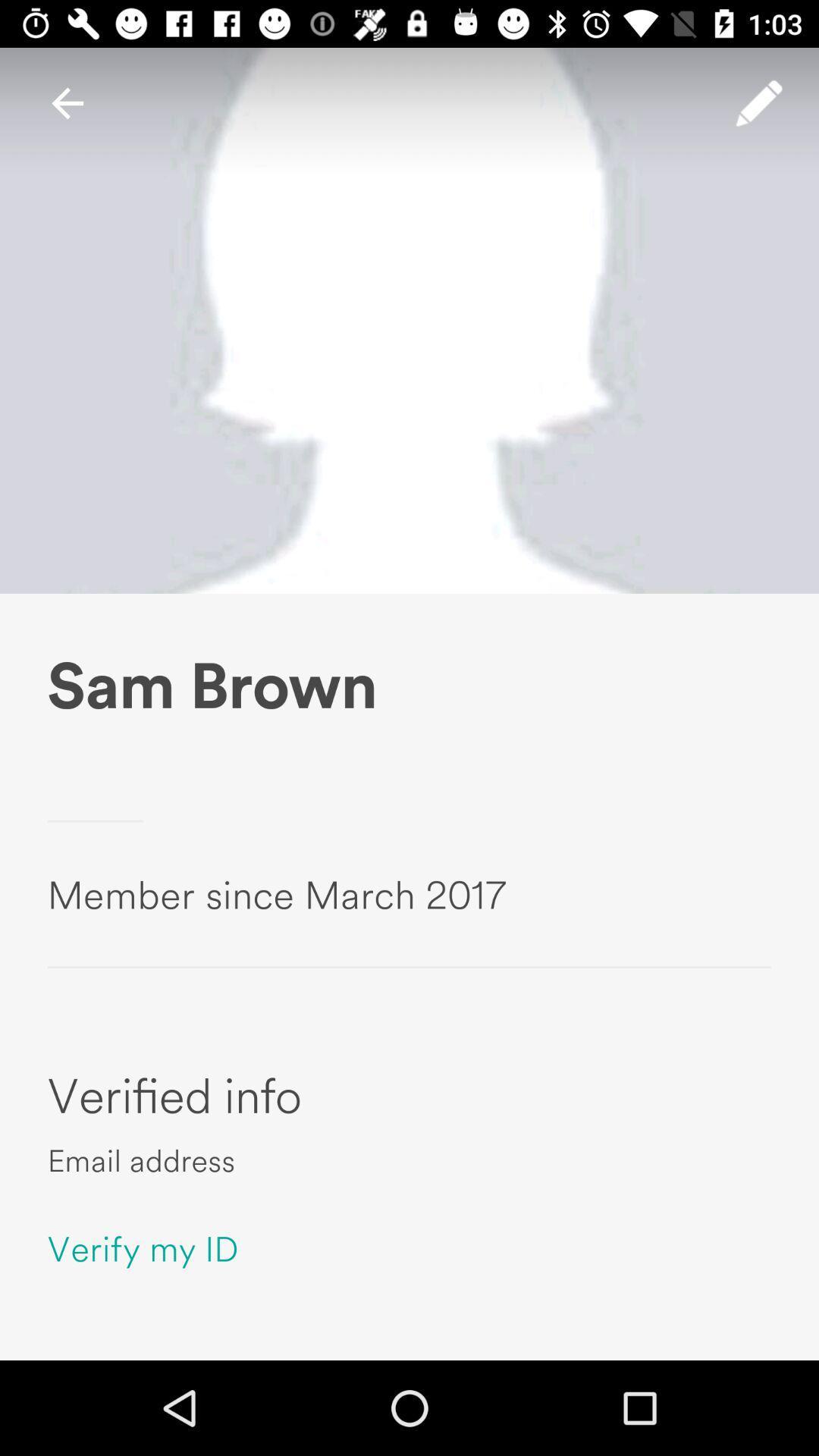 The width and height of the screenshot is (819, 1456). What do you see at coordinates (67, 102) in the screenshot?
I see `the icon above the sam brown icon` at bounding box center [67, 102].